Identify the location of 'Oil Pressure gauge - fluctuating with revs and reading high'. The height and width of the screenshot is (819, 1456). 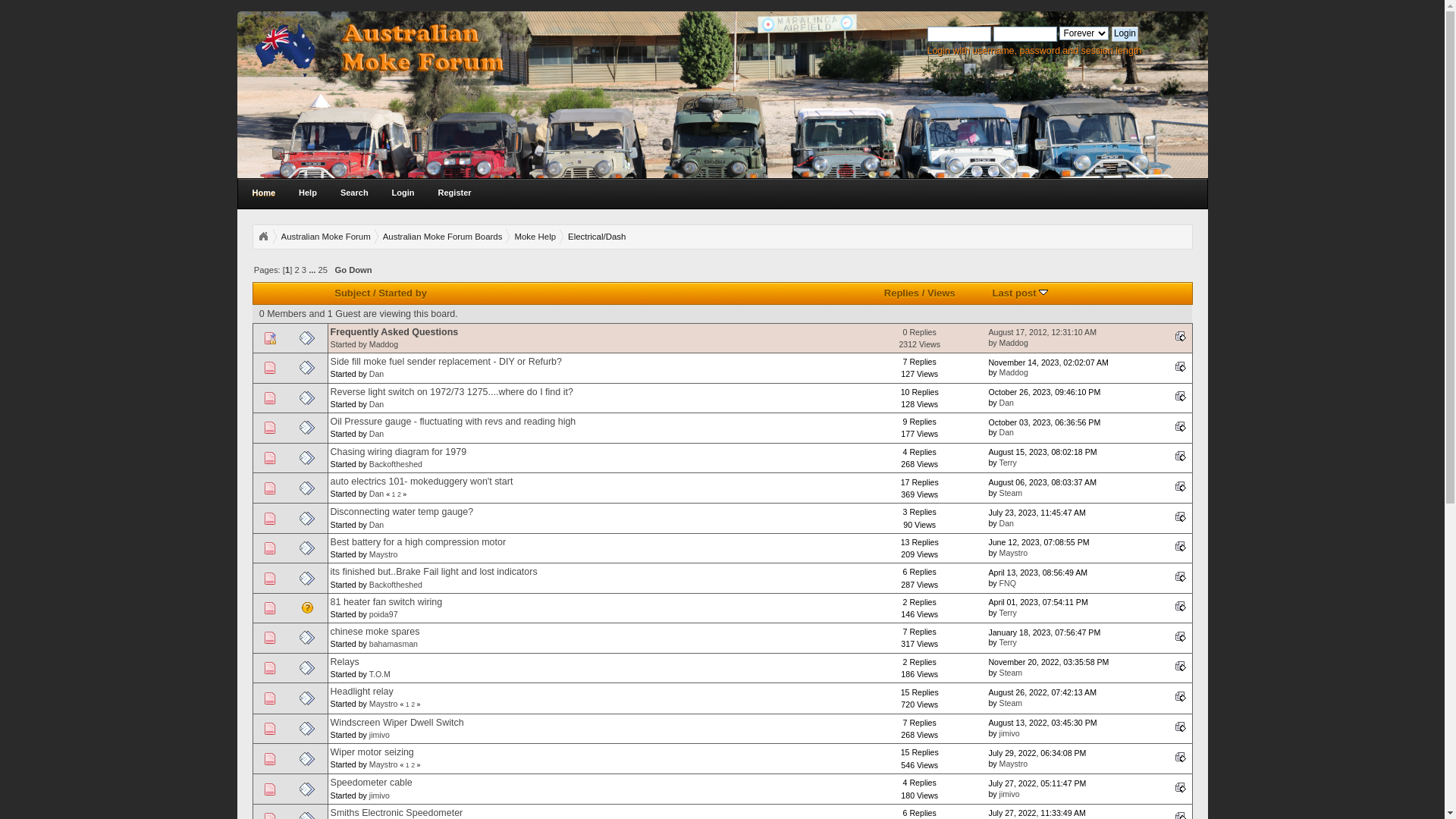
(453, 421).